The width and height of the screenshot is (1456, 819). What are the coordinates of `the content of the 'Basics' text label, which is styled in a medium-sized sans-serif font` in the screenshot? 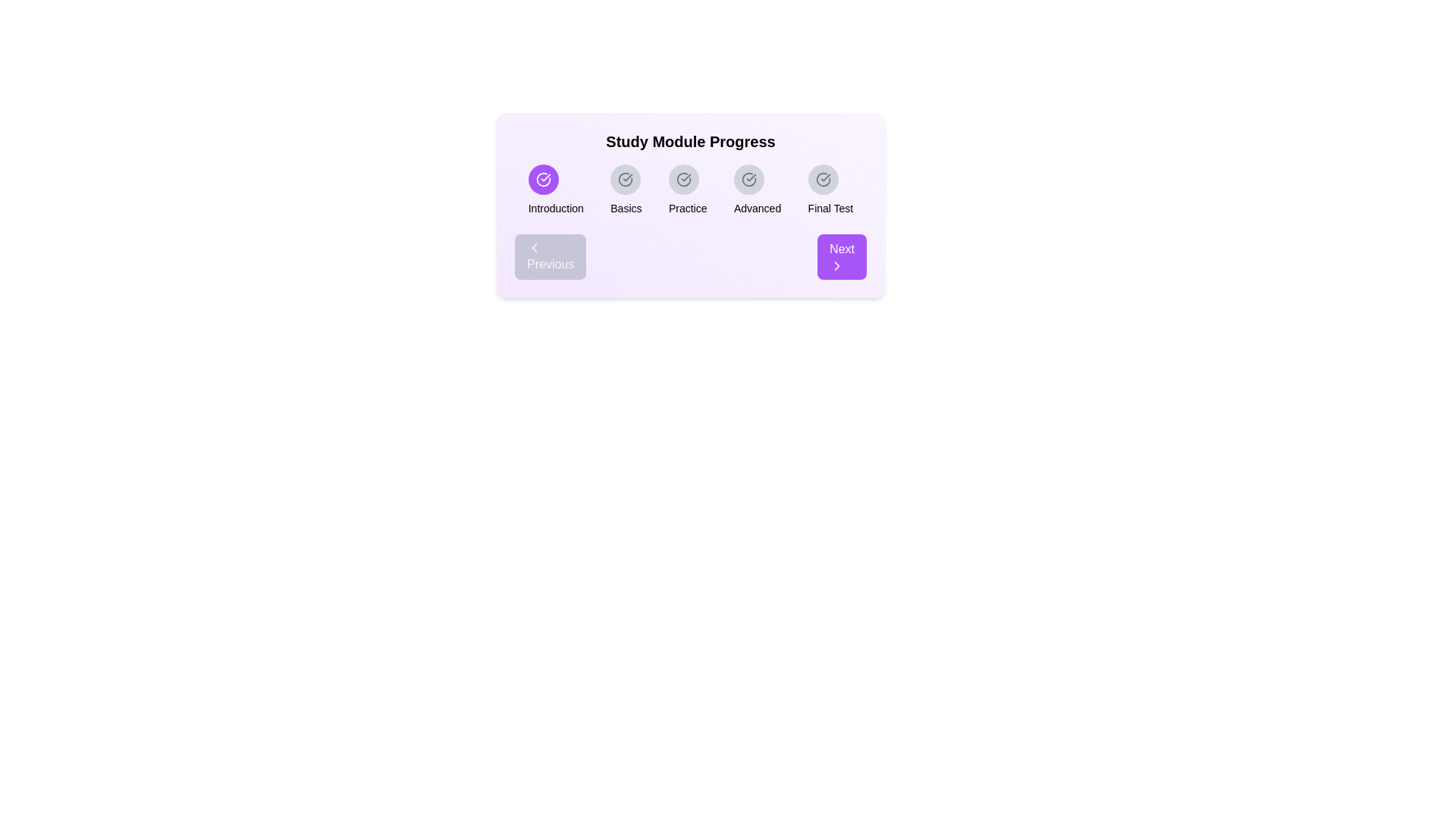 It's located at (626, 208).